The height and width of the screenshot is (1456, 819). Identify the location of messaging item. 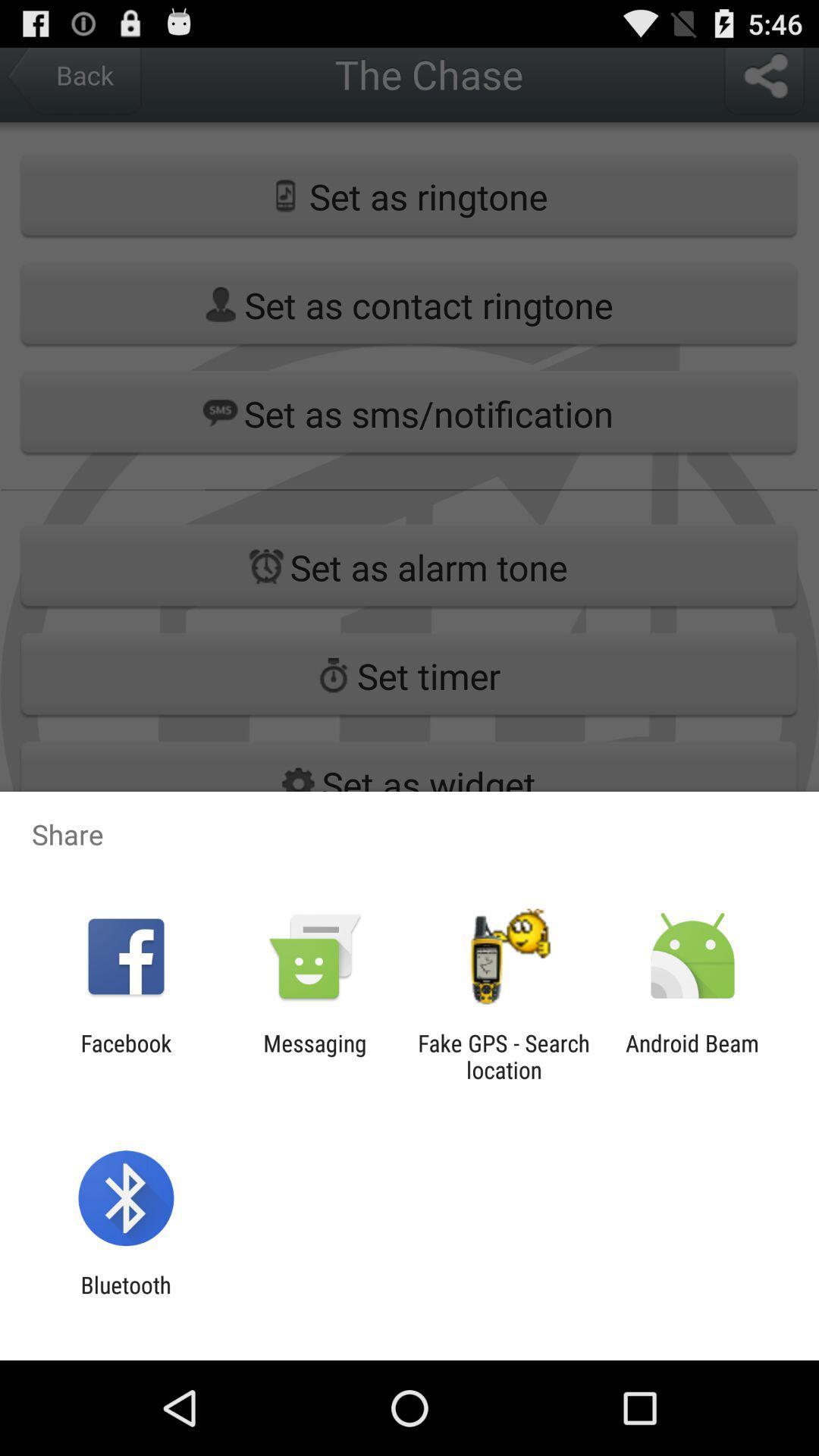
(314, 1056).